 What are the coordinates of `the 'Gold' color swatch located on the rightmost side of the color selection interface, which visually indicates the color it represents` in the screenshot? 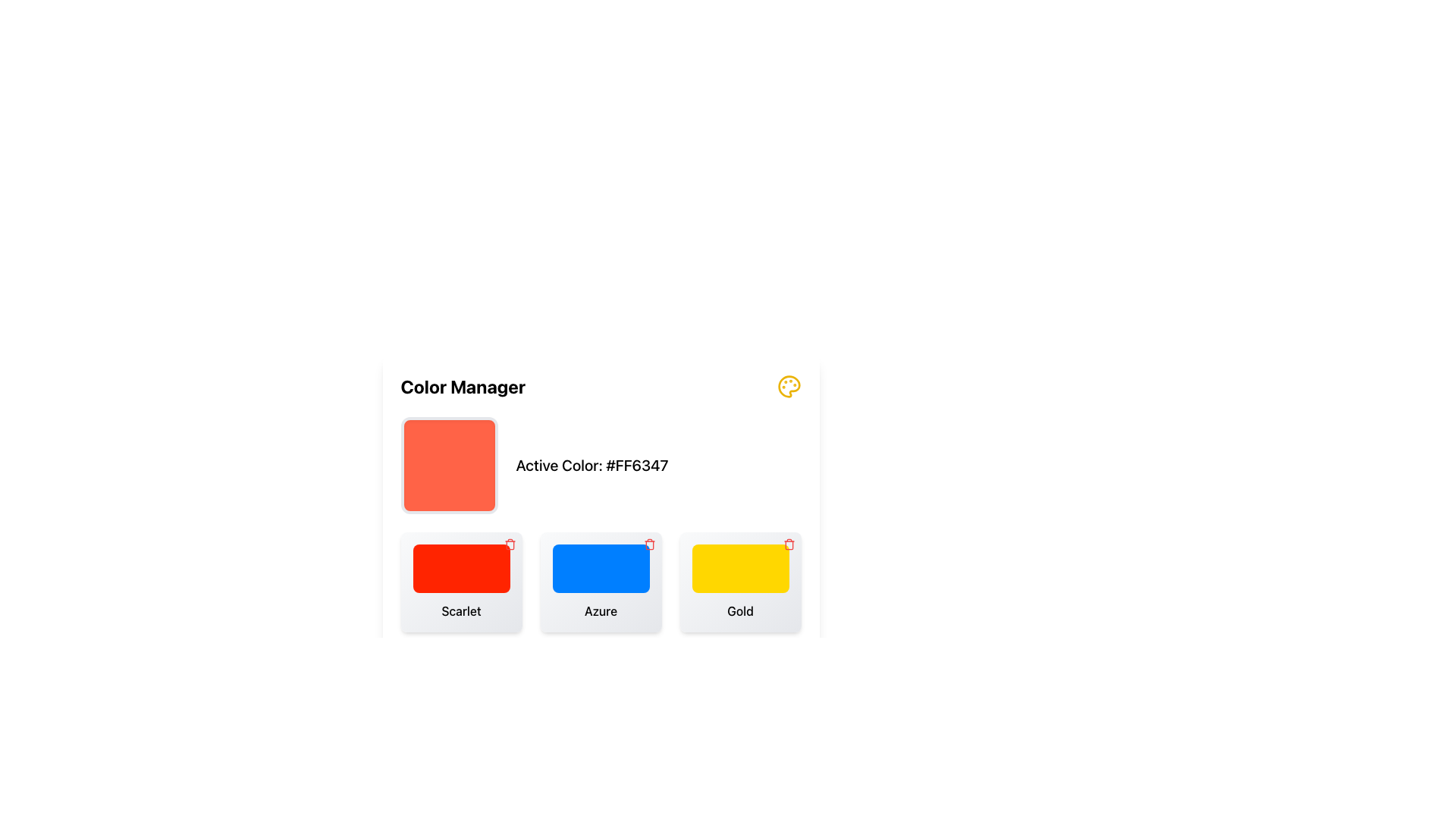 It's located at (740, 568).